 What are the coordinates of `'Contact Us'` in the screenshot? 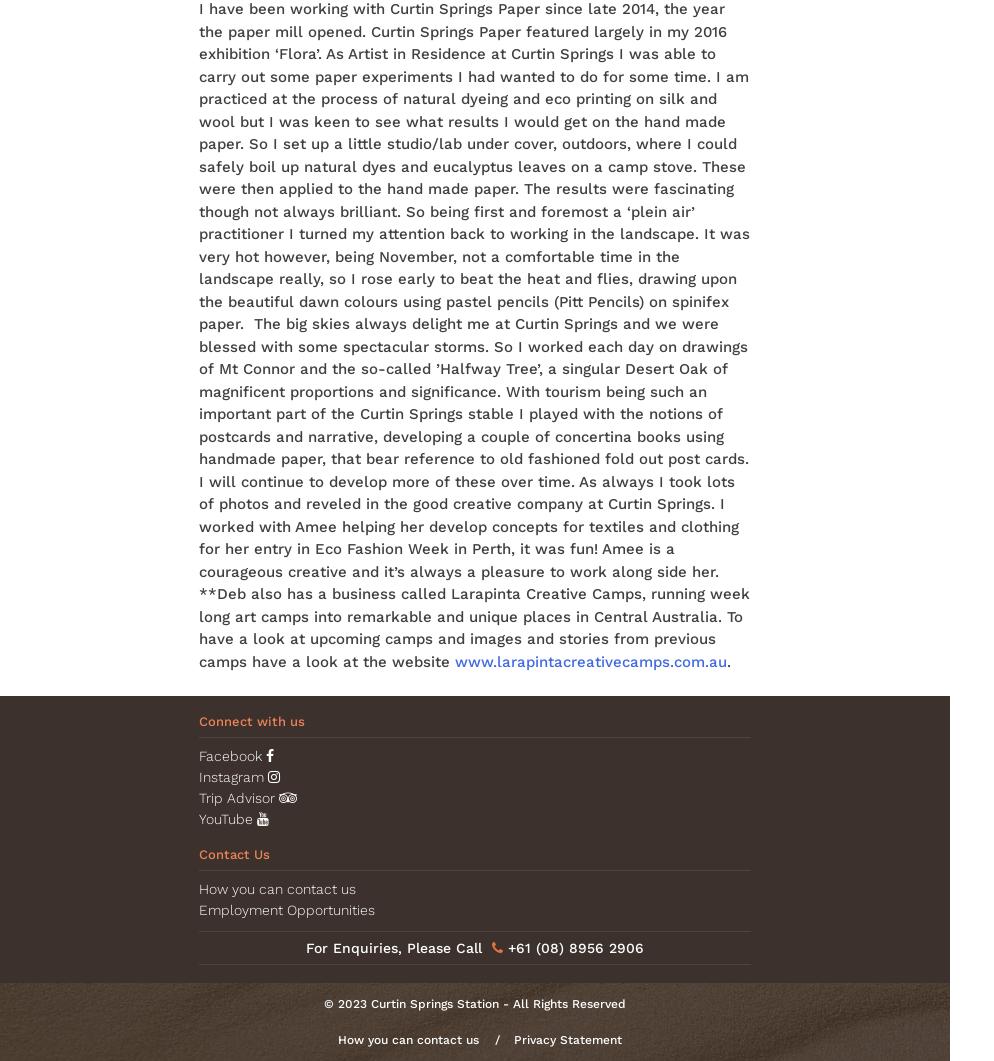 It's located at (234, 854).